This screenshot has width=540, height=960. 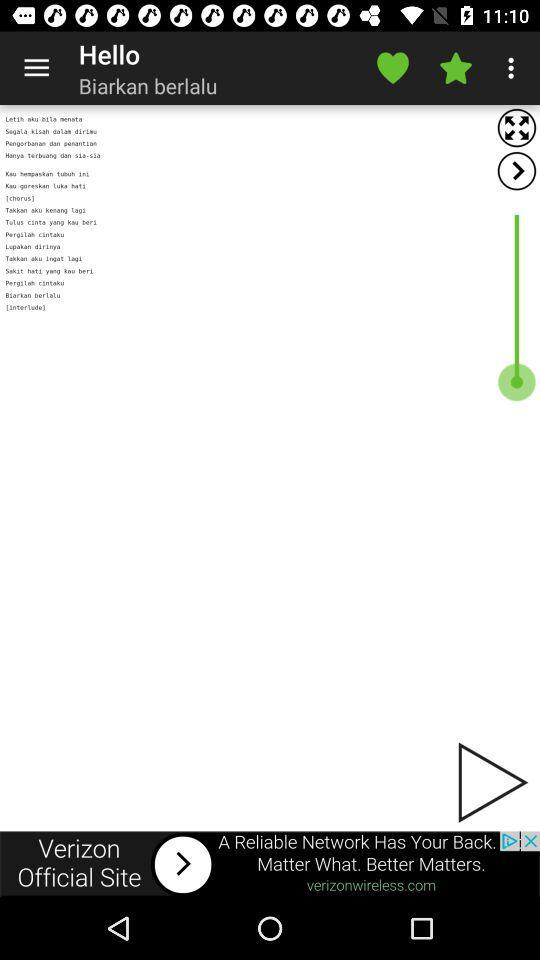 What do you see at coordinates (516, 170) in the screenshot?
I see `the arrow_forward icon` at bounding box center [516, 170].